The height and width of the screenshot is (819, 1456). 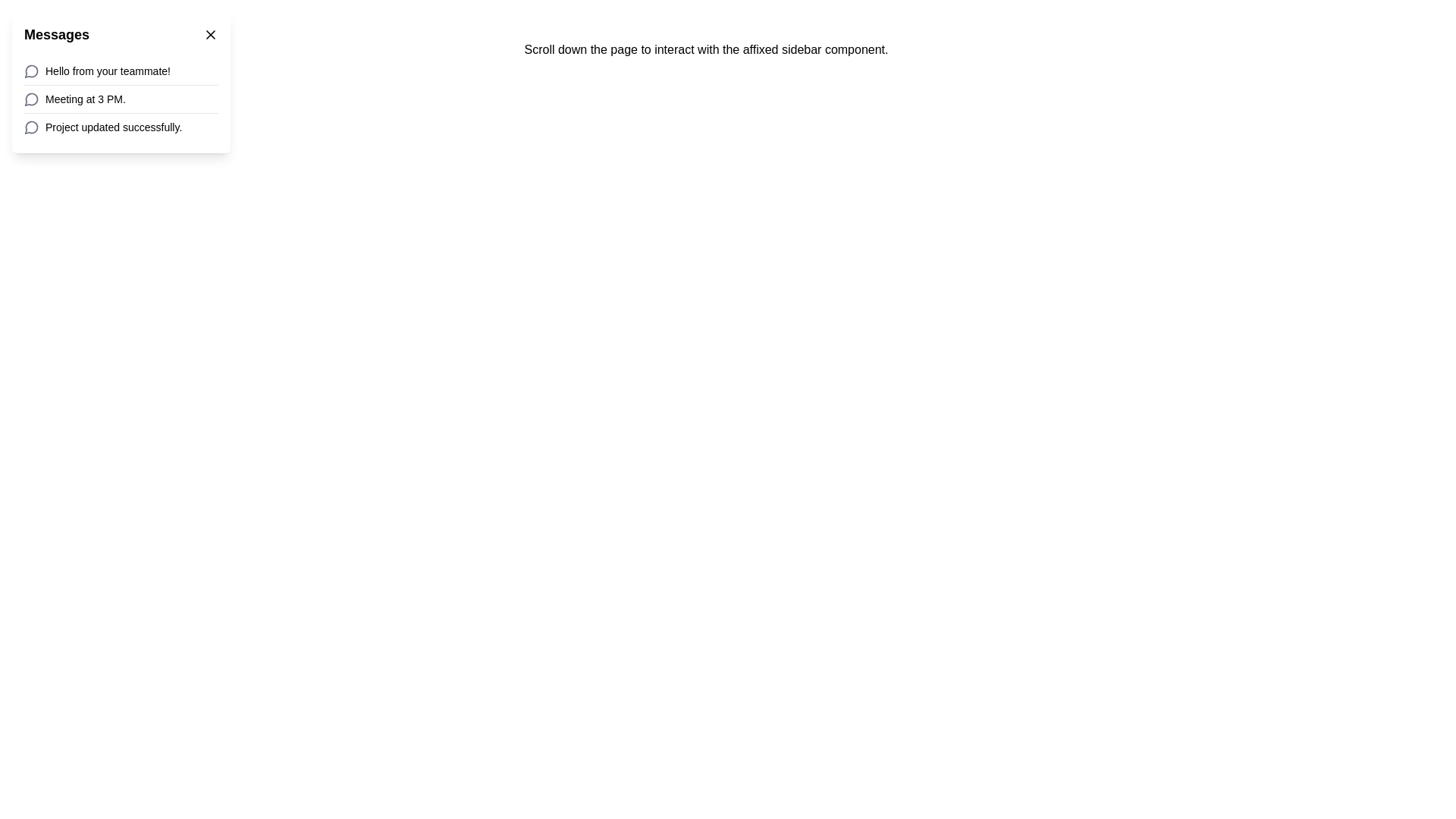 What do you see at coordinates (31, 127) in the screenshot?
I see `the speech bubble icon located beside the third message labeled 'Project updated successfully' in the messages sidebar` at bounding box center [31, 127].